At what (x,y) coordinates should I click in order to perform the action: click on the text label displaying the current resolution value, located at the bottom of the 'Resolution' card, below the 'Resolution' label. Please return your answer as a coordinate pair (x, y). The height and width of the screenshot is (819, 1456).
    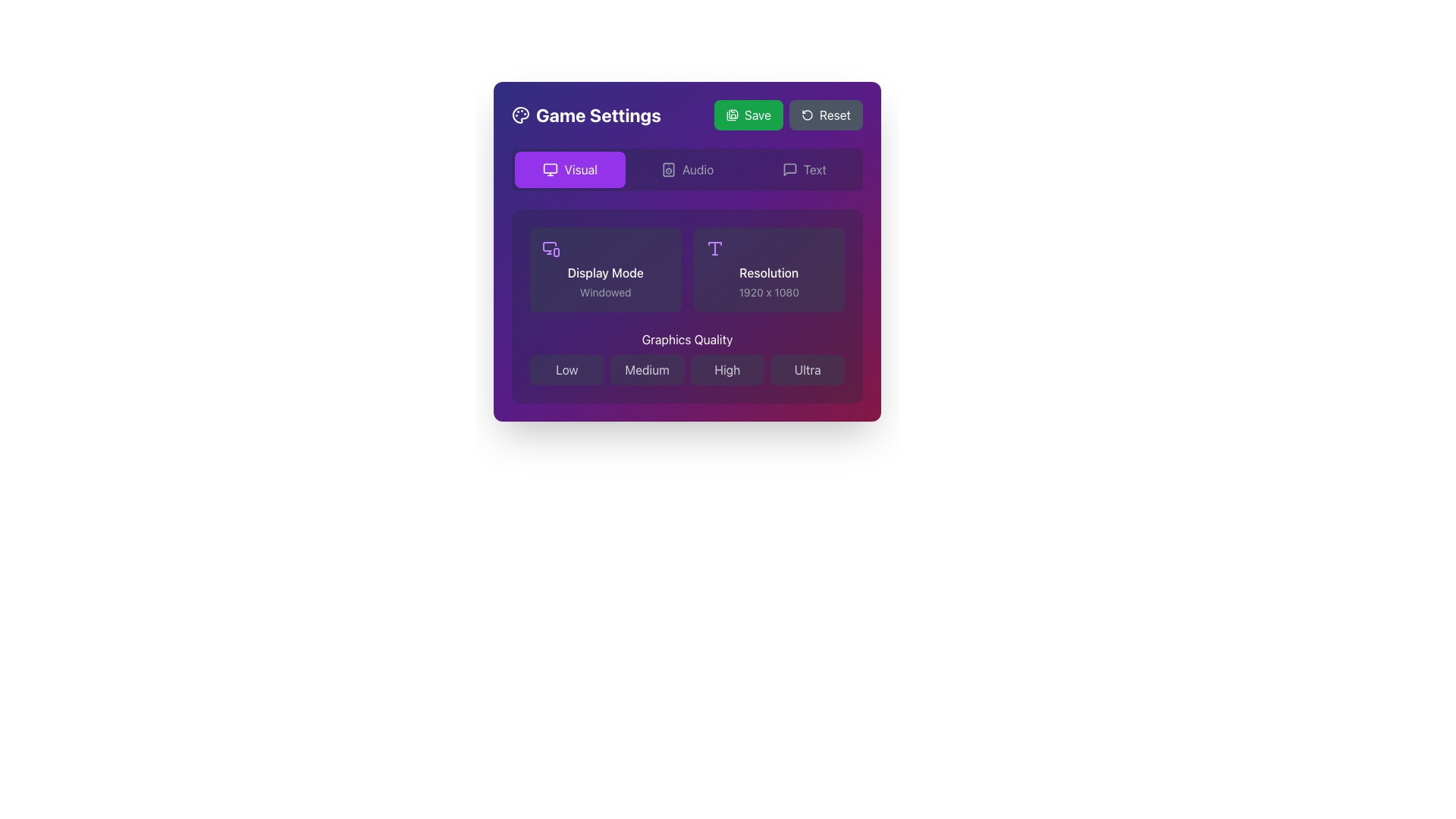
    Looking at the image, I should click on (769, 292).